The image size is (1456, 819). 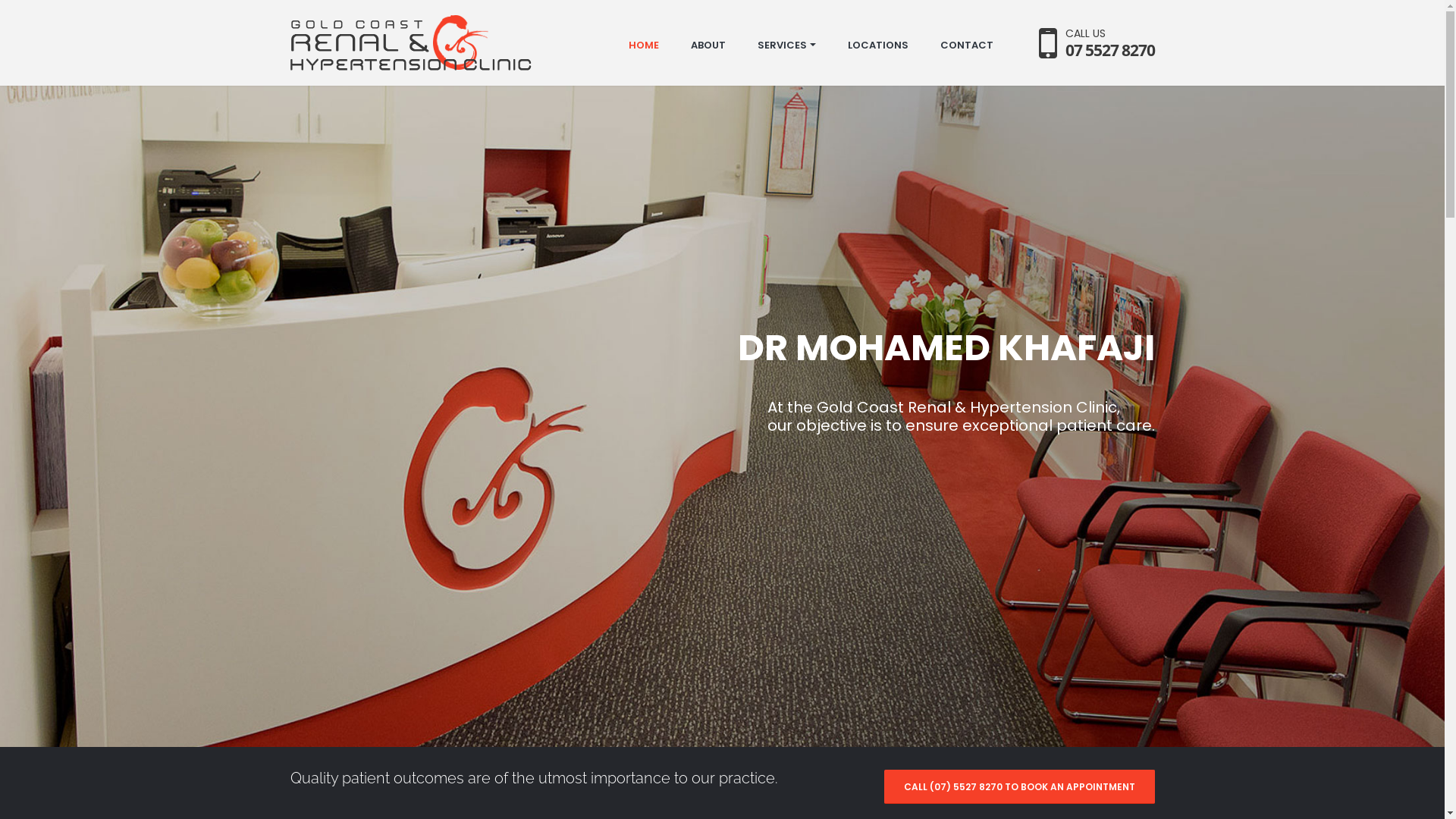 What do you see at coordinates (786, 45) in the screenshot?
I see `'SERVICES'` at bounding box center [786, 45].